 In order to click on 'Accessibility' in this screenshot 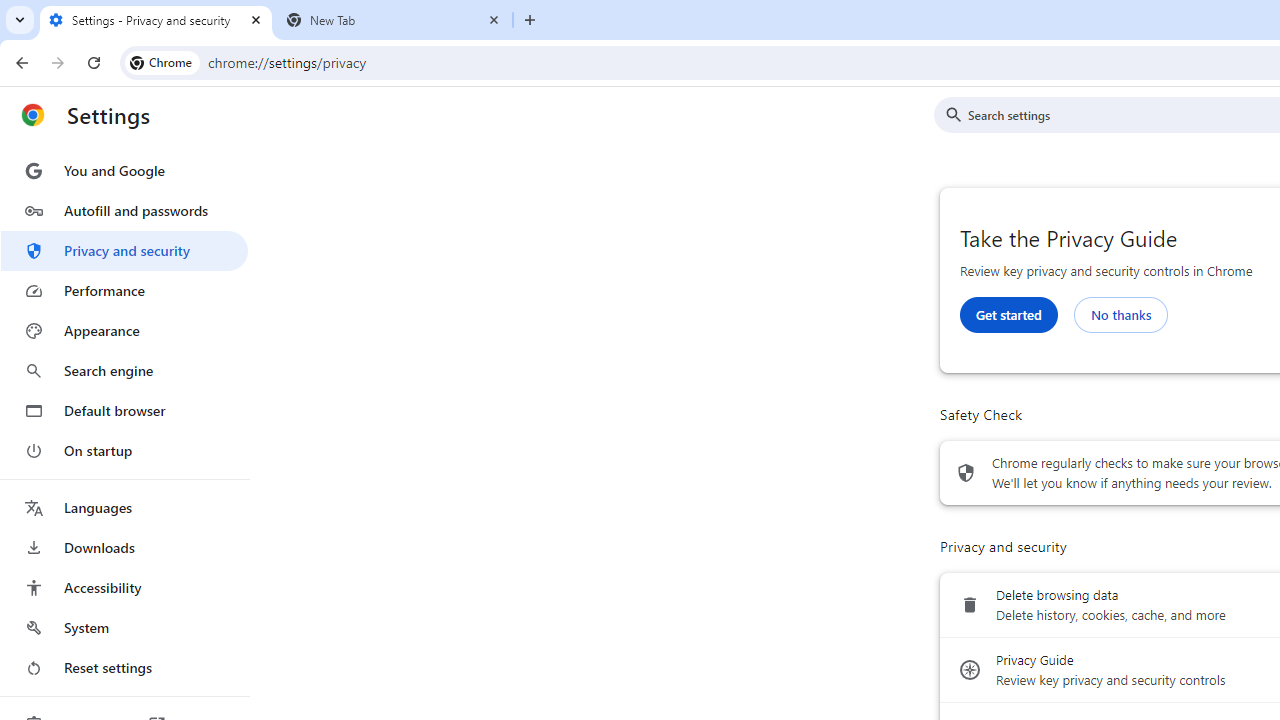, I will do `click(123, 586)`.